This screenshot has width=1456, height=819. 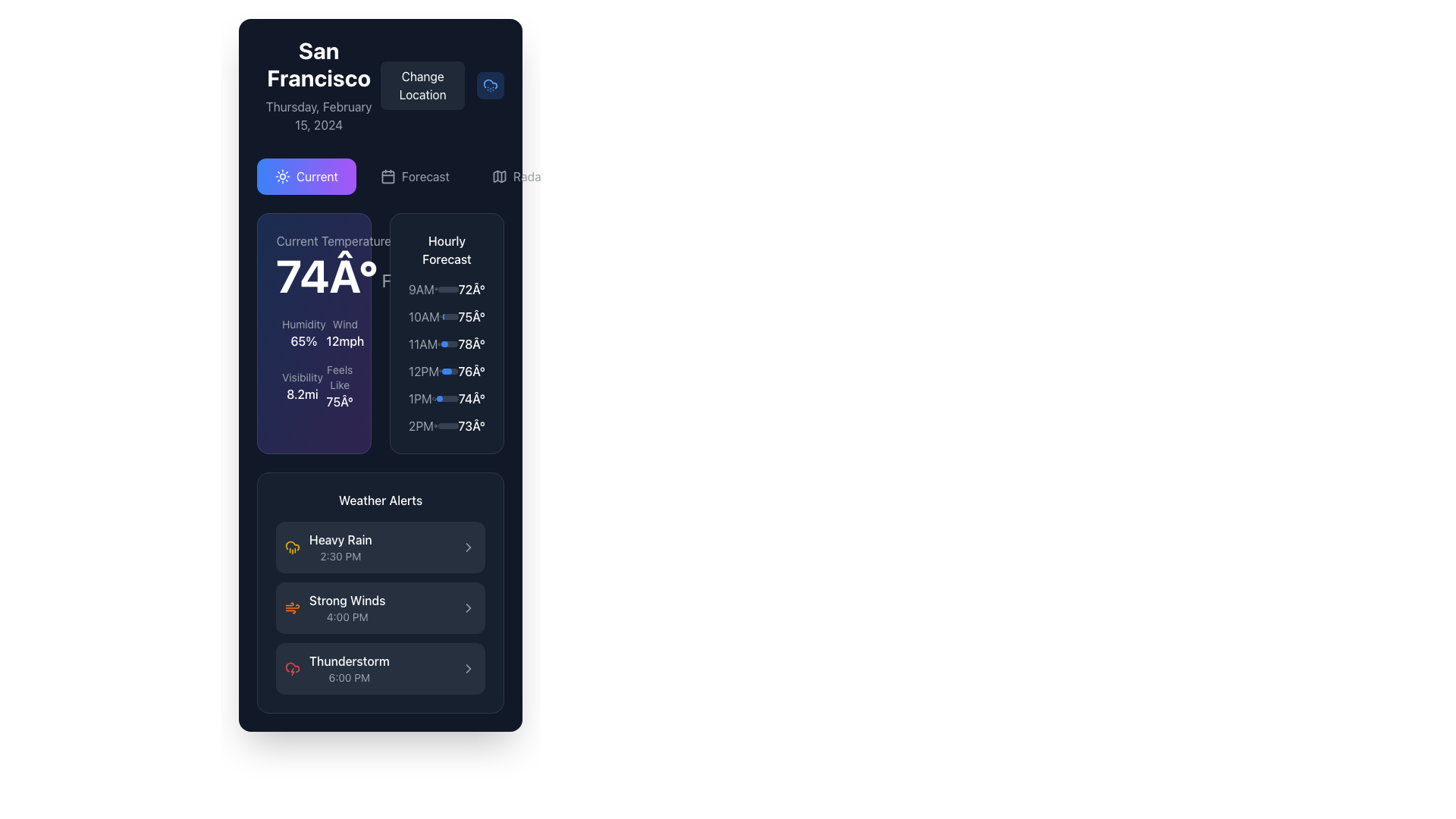 What do you see at coordinates (519, 175) in the screenshot?
I see `the 'Radar' button, which is the third button in a horizontal row of buttons, featuring a map icon and labeled in gray text that turns white on hover` at bounding box center [519, 175].